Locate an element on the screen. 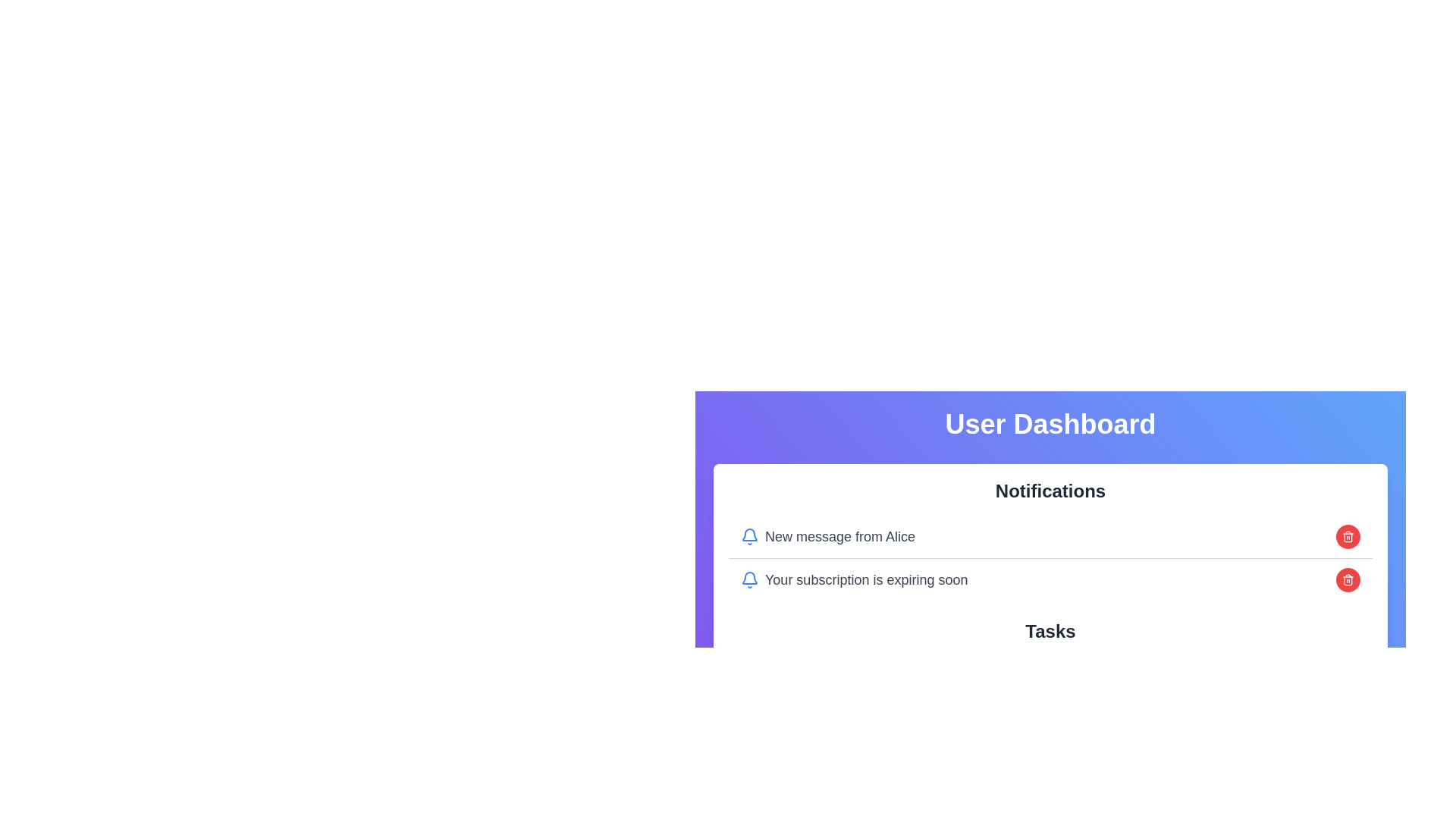  the red trash can icon button located on the right of the second notification row in the notification section of the dashboard is located at coordinates (1348, 536).